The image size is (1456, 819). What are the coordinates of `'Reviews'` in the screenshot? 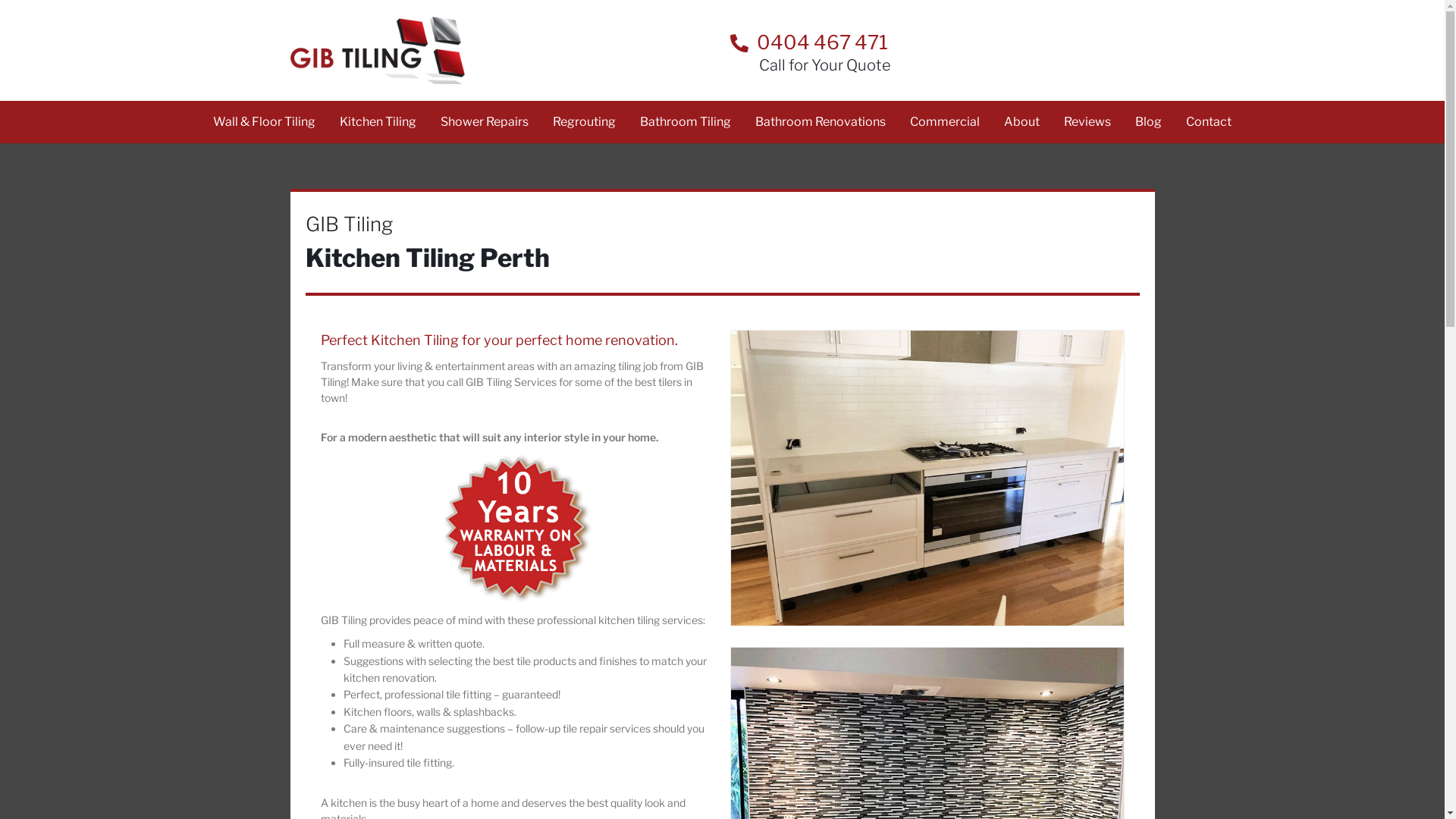 It's located at (1087, 121).